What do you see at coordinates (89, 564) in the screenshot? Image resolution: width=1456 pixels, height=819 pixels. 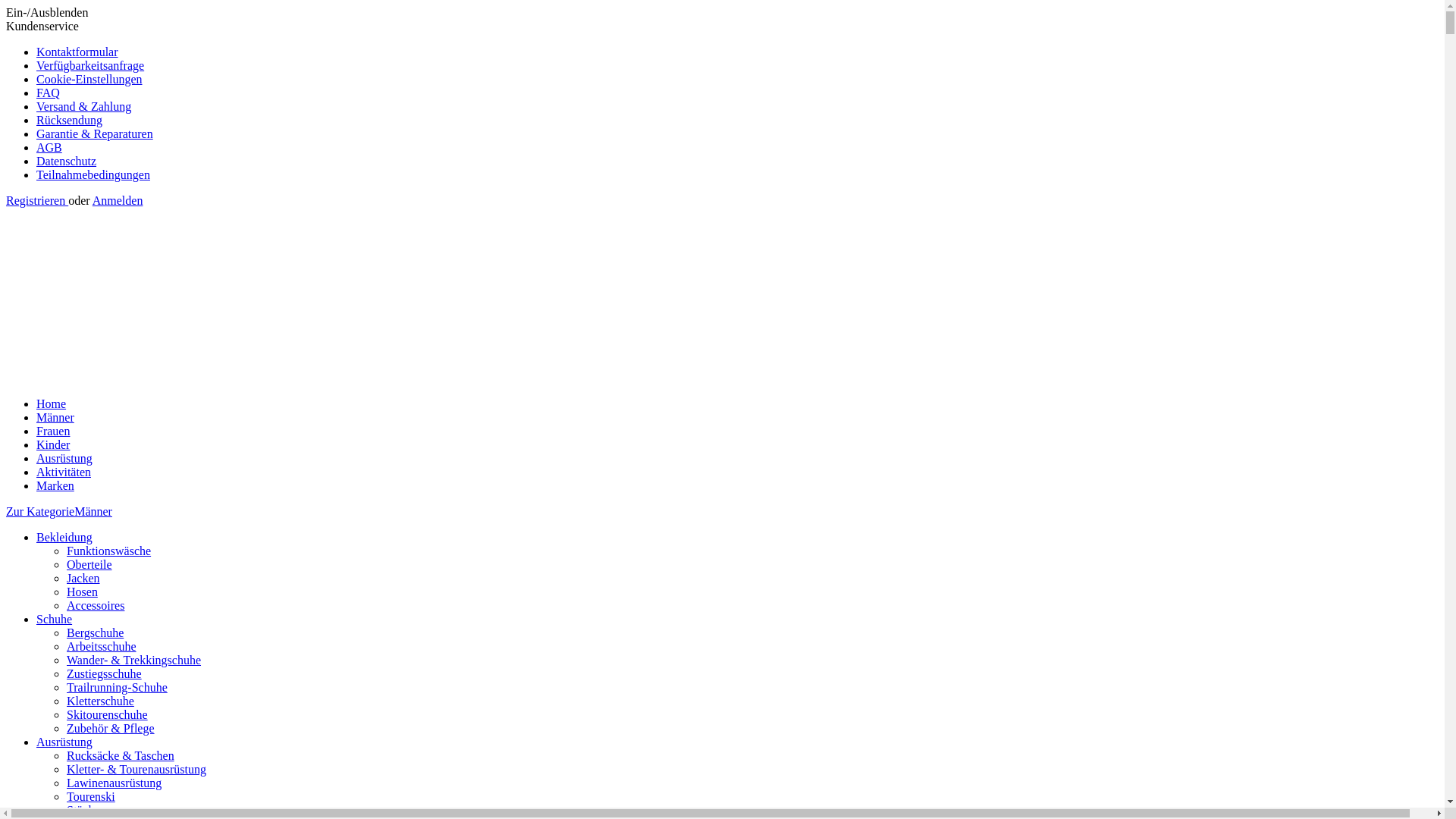 I see `'Oberteile'` at bounding box center [89, 564].